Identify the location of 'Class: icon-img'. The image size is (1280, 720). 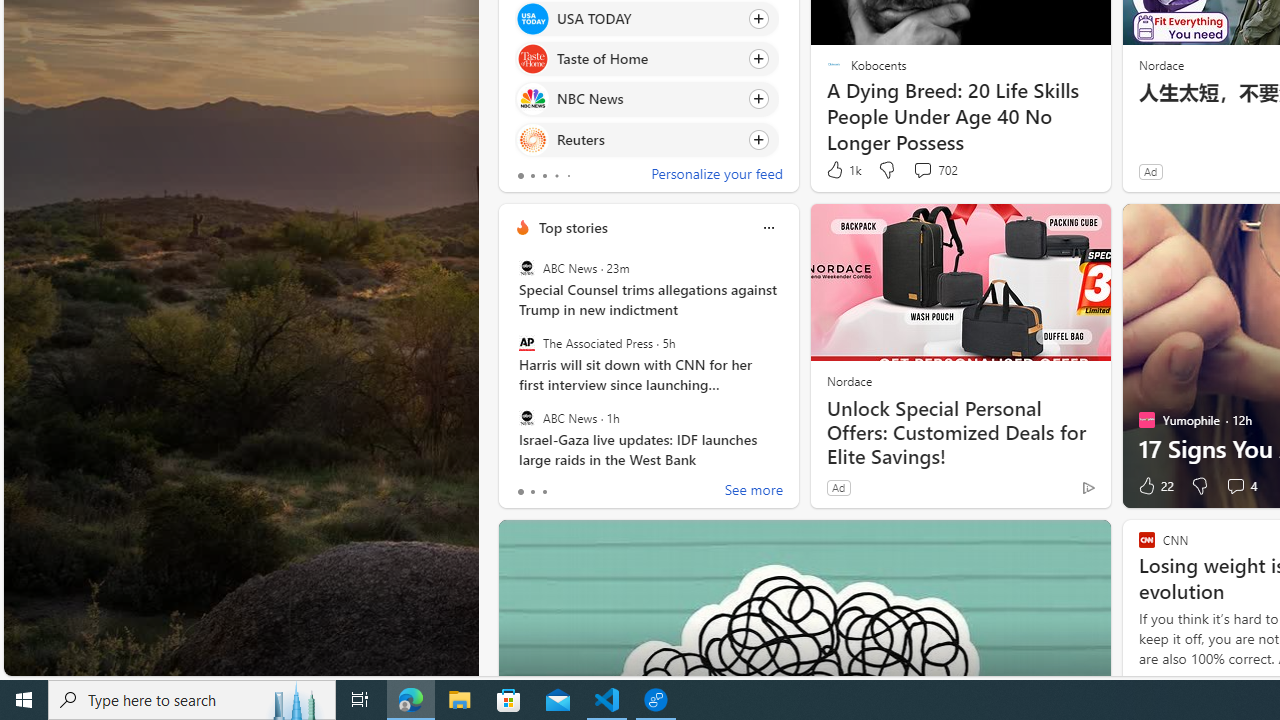
(767, 227).